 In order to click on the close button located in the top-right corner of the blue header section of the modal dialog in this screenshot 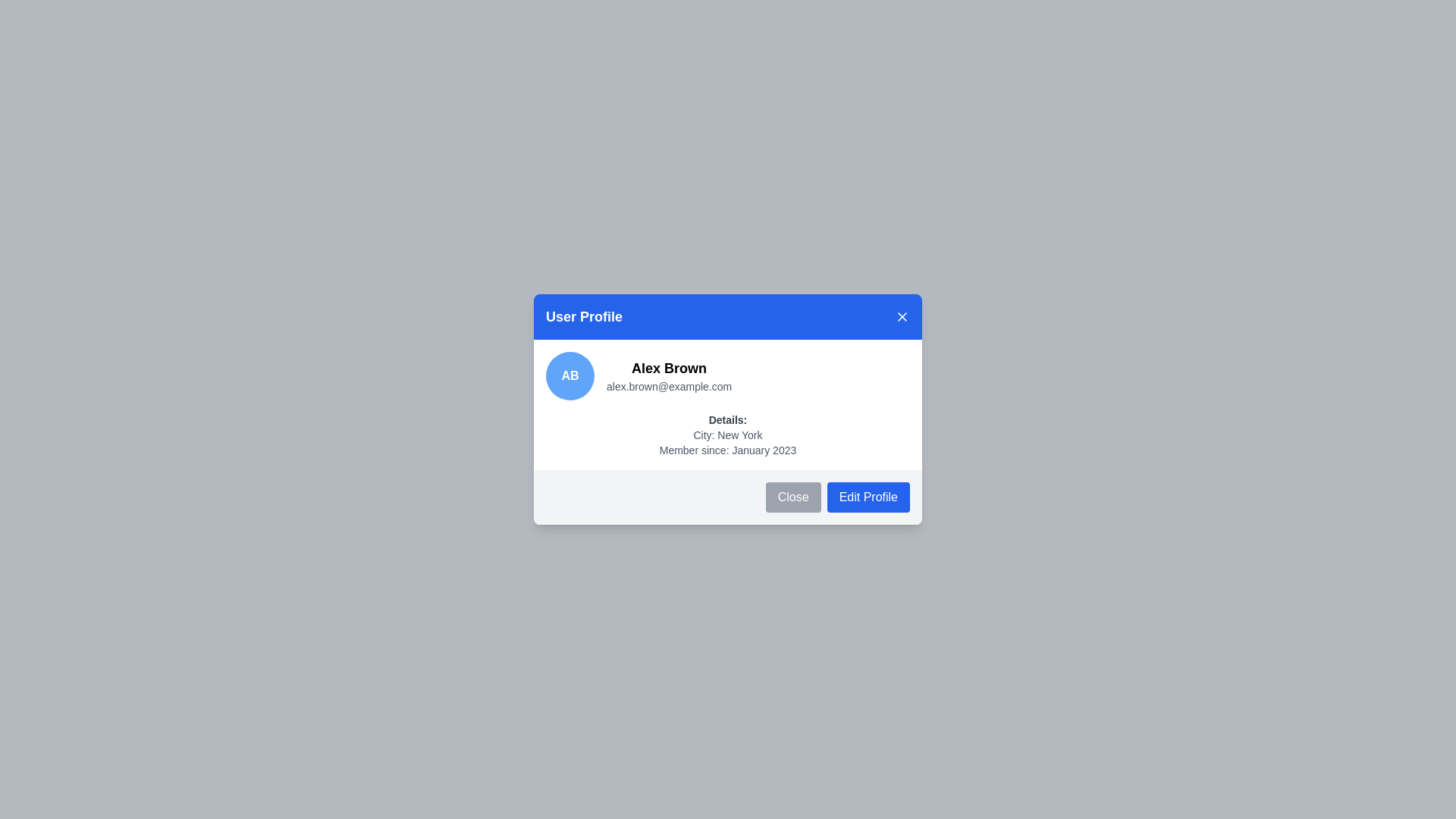, I will do `click(902, 315)`.